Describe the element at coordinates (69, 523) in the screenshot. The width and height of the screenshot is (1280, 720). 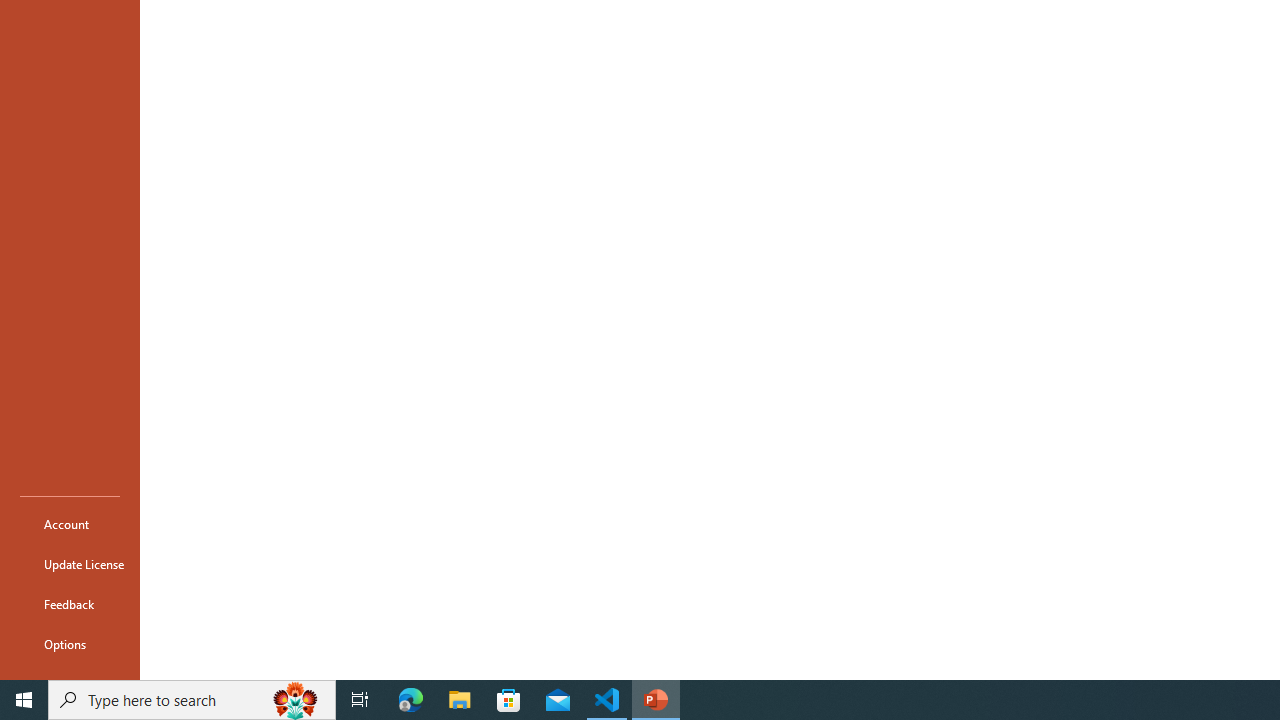
I see `'Account'` at that location.